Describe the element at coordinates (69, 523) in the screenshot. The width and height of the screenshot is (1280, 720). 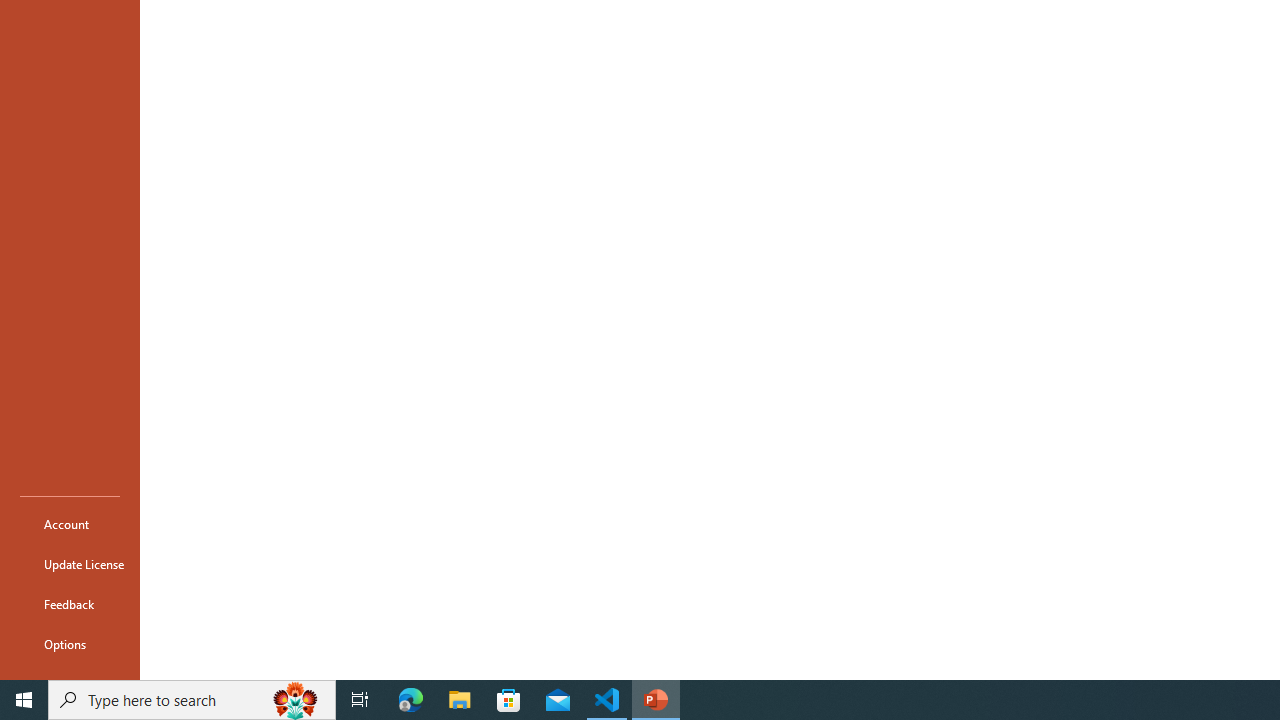
I see `'Account'` at that location.